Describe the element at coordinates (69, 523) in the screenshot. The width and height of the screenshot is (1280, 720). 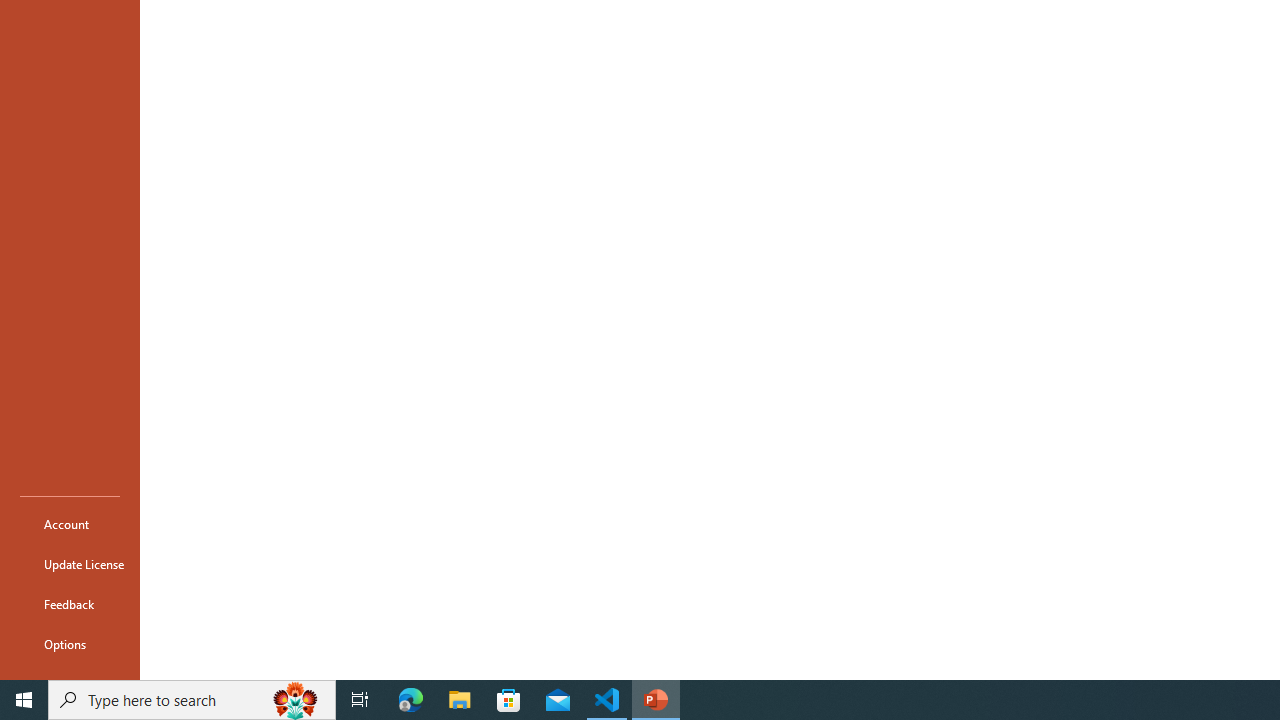
I see `'Account'` at that location.